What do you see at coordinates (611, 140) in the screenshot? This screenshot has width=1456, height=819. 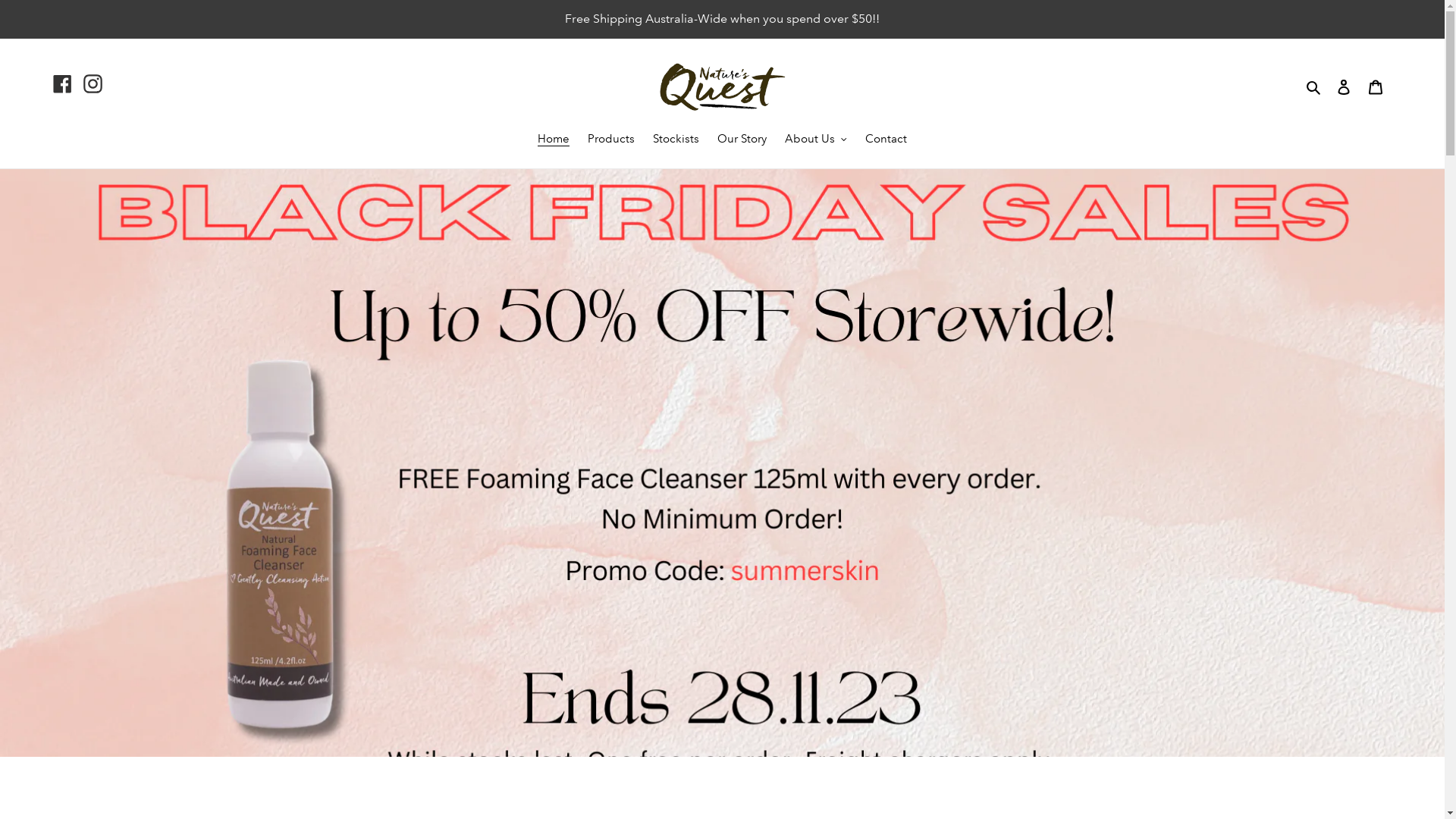 I see `'Products'` at bounding box center [611, 140].